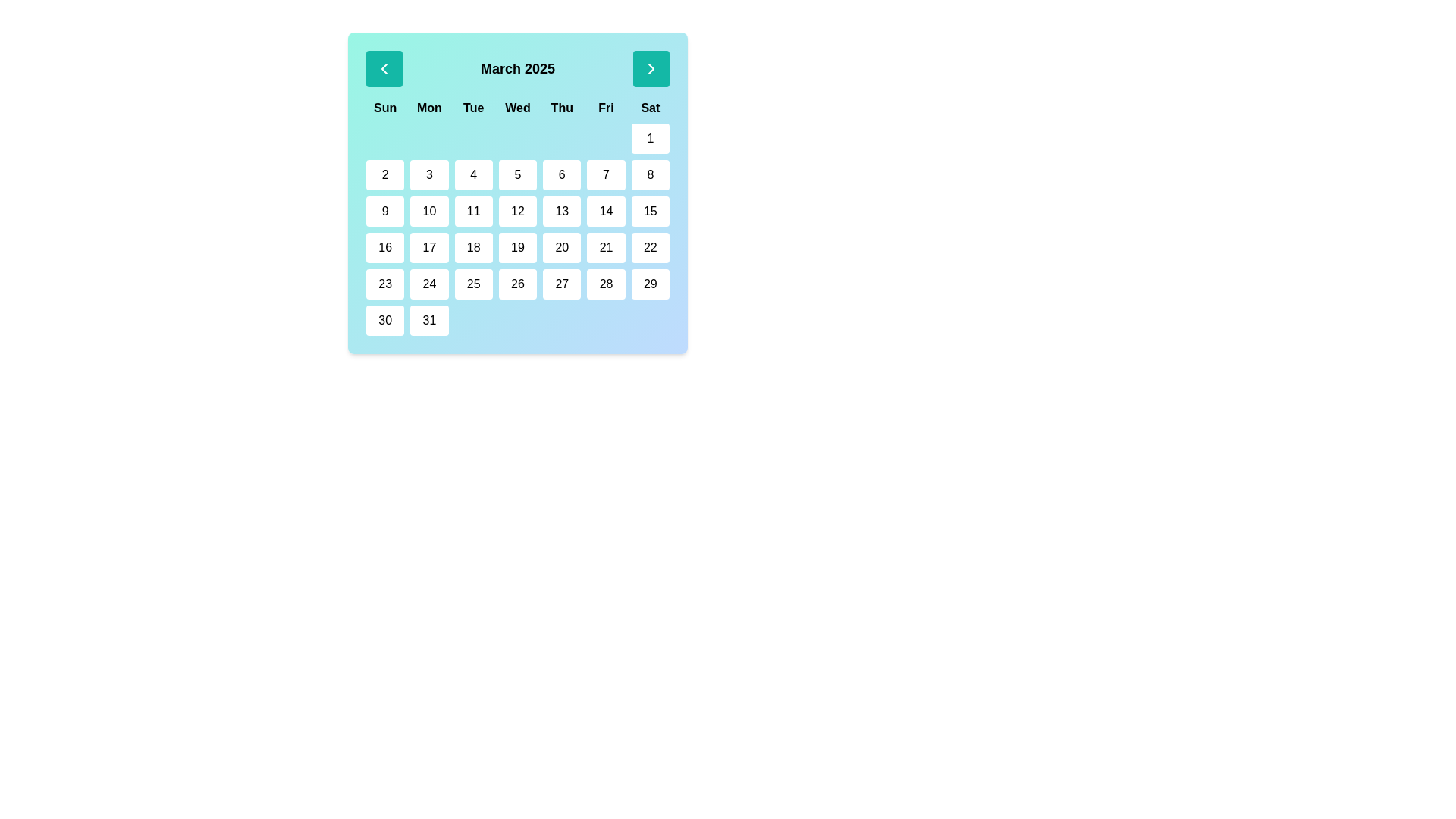 This screenshot has width=1456, height=819. What do you see at coordinates (384, 69) in the screenshot?
I see `the left-pointing chevron icon located at the top-left corner of the calendar interface` at bounding box center [384, 69].